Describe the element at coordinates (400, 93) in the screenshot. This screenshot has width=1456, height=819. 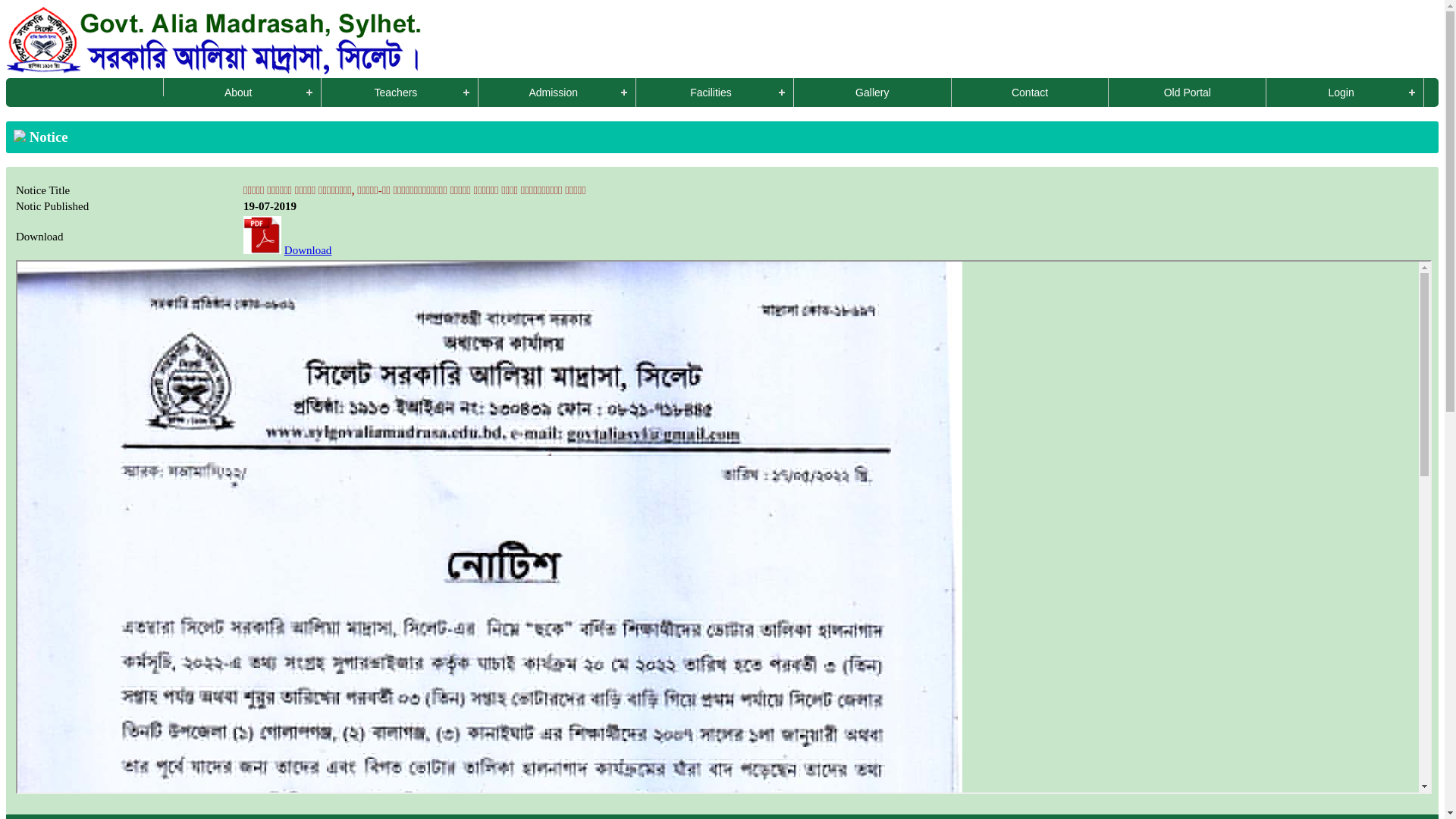
I see `'Teachers'` at that location.